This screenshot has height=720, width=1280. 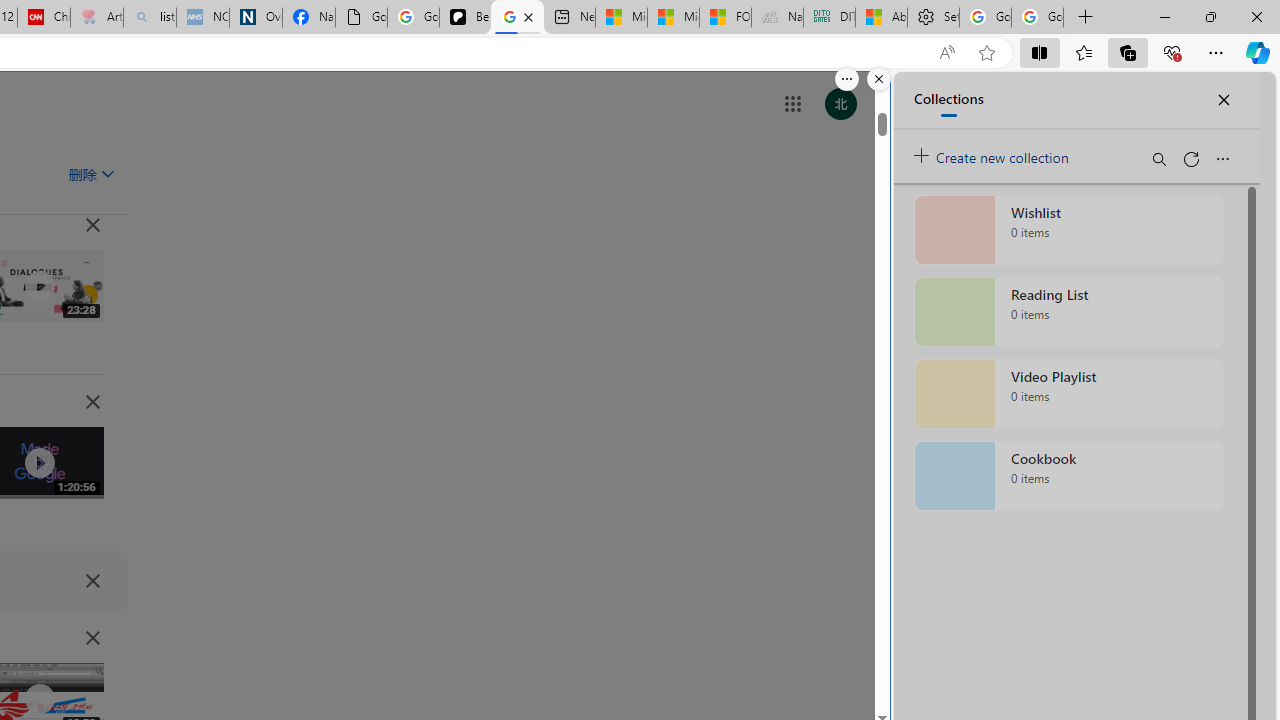 What do you see at coordinates (878, 78) in the screenshot?
I see `'Close split screen.'` at bounding box center [878, 78].